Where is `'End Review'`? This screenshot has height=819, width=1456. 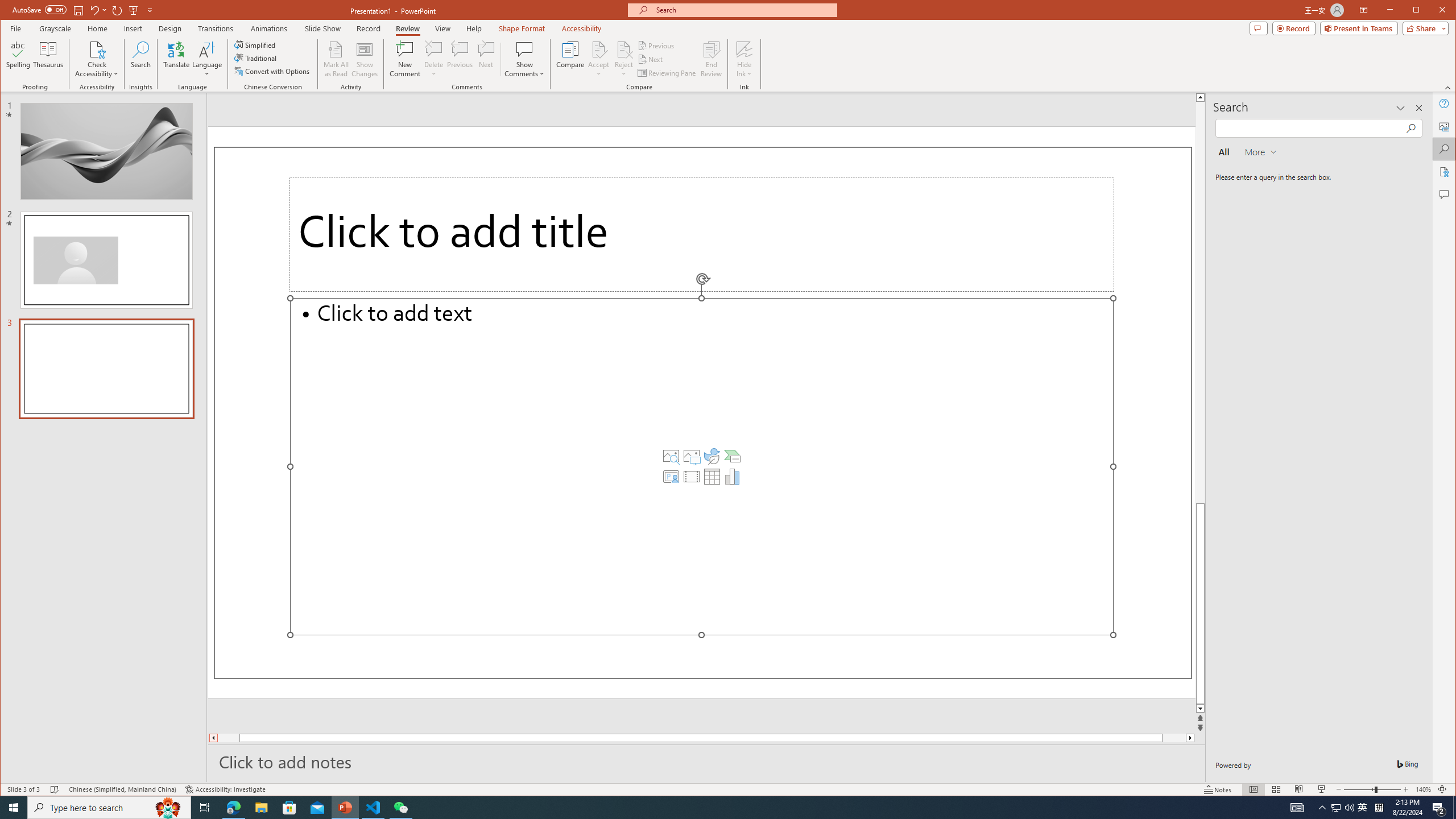
'End Review' is located at coordinates (711, 59).